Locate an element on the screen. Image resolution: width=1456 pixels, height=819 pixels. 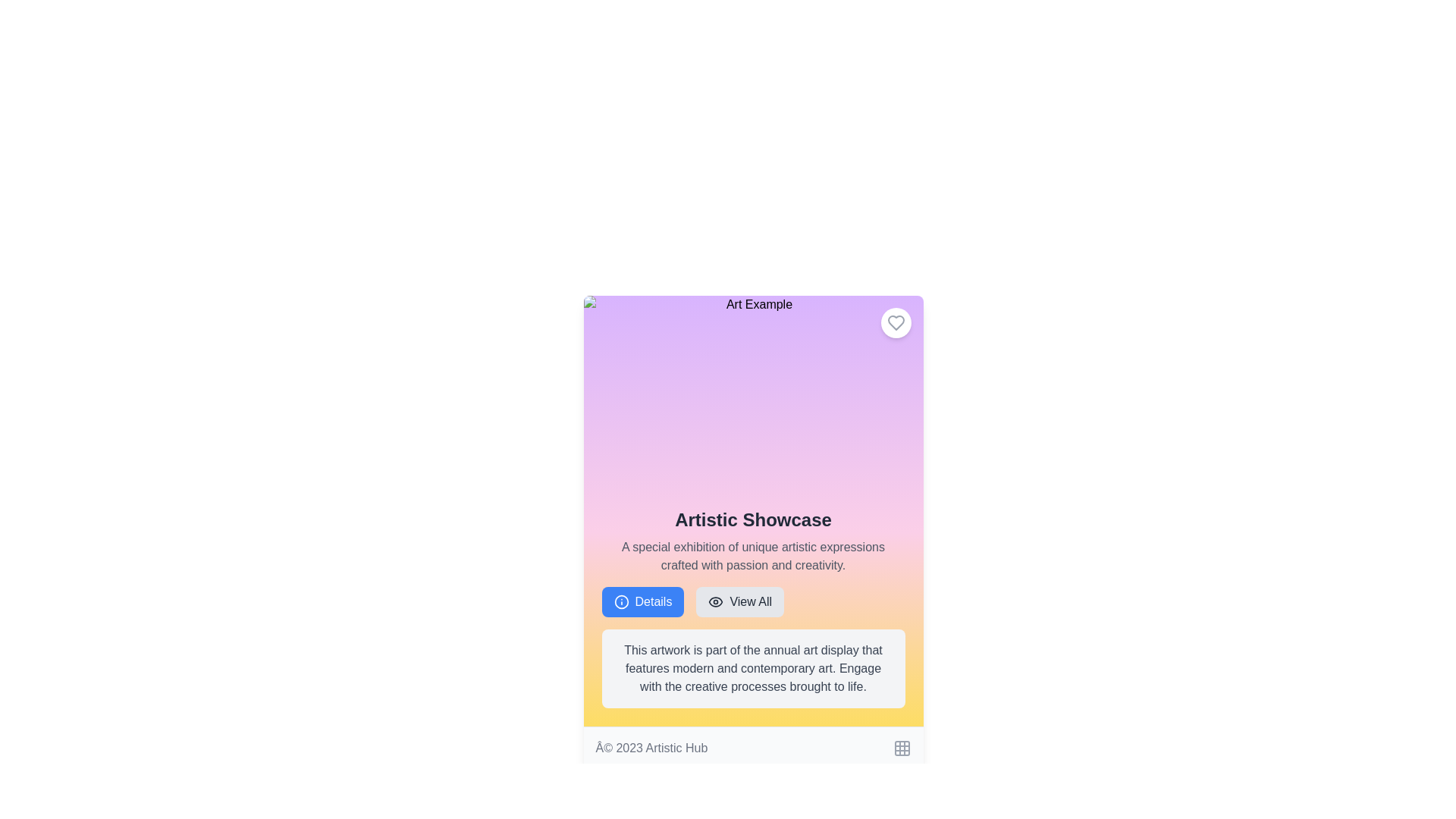
the text label reading 'Â© 2023 Artistic Hub' located at the bottom-left corner of the footer section is located at coordinates (651, 748).